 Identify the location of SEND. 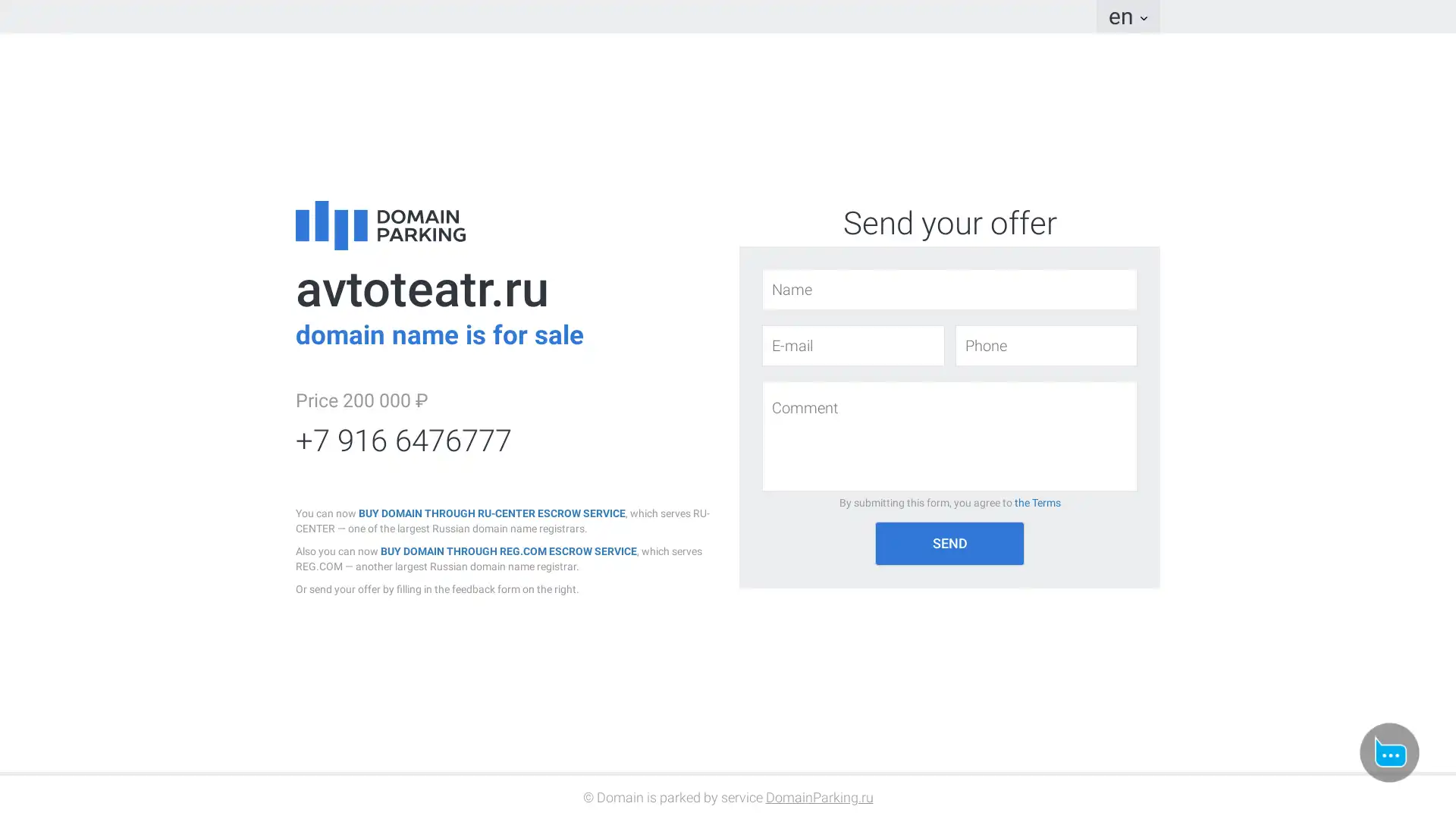
(949, 542).